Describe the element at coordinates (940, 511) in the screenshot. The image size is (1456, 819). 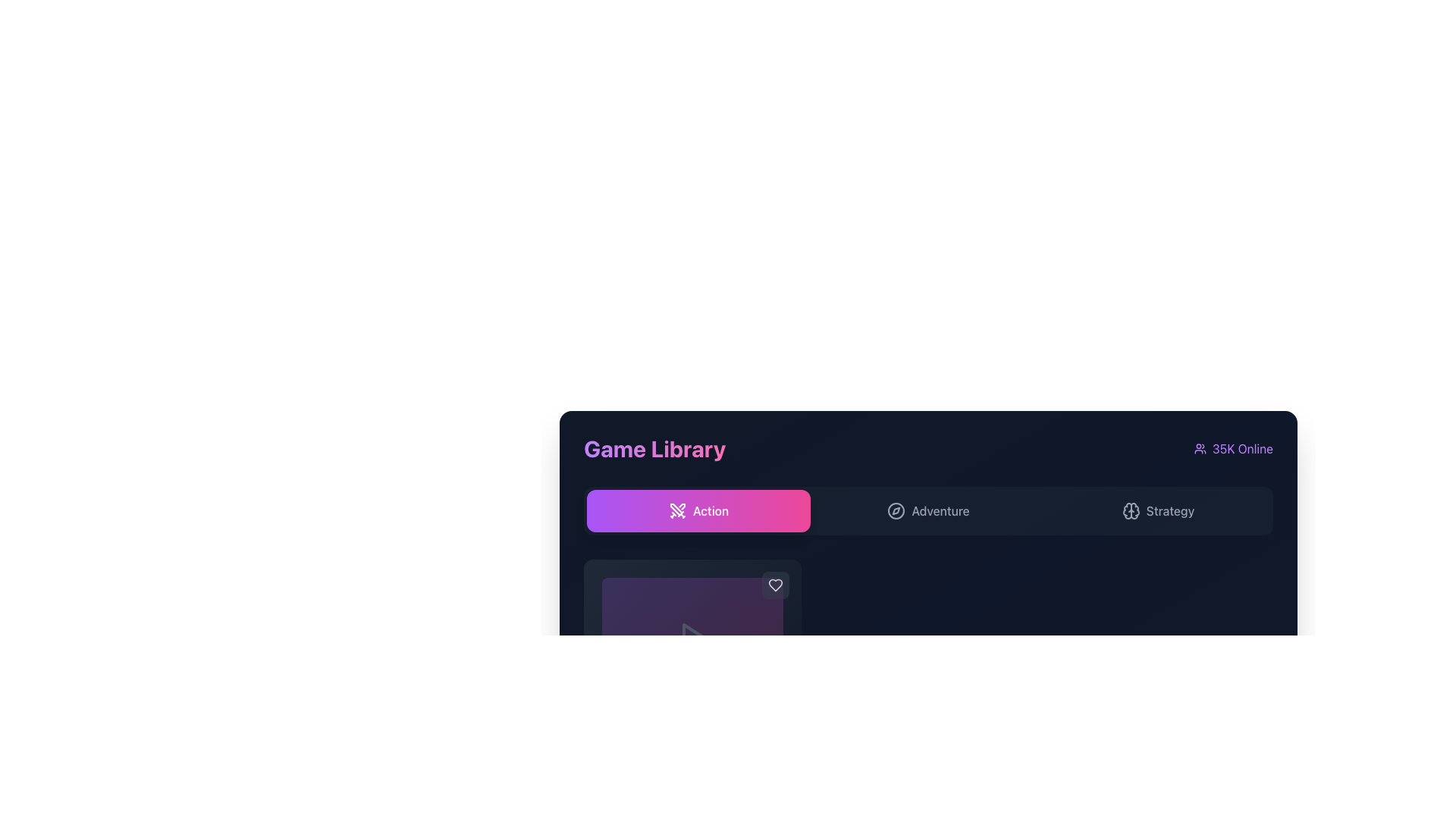
I see `the 'Adventure' text label located centrally within the navigational button, positioned between the 'Action' and 'Strategy' buttons` at that location.